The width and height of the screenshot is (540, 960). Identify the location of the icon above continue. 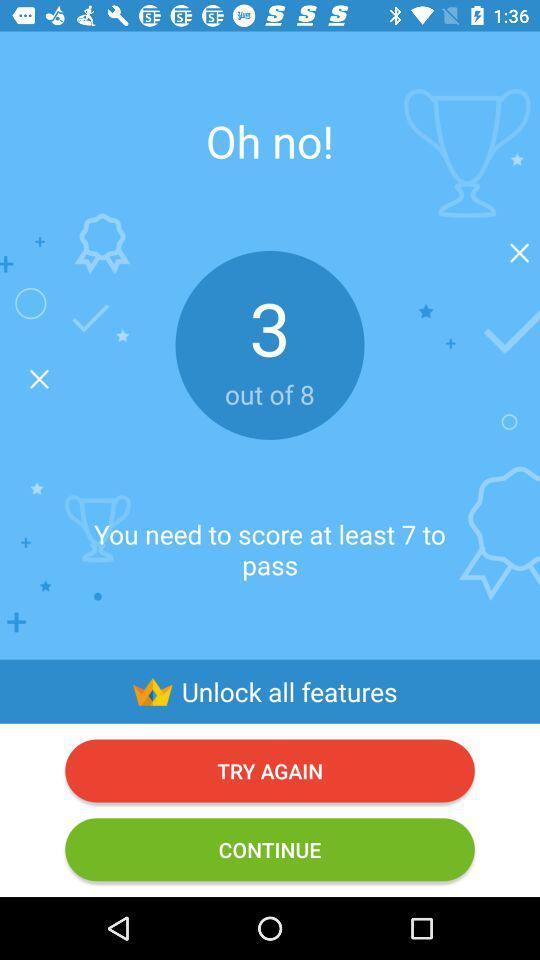
(270, 769).